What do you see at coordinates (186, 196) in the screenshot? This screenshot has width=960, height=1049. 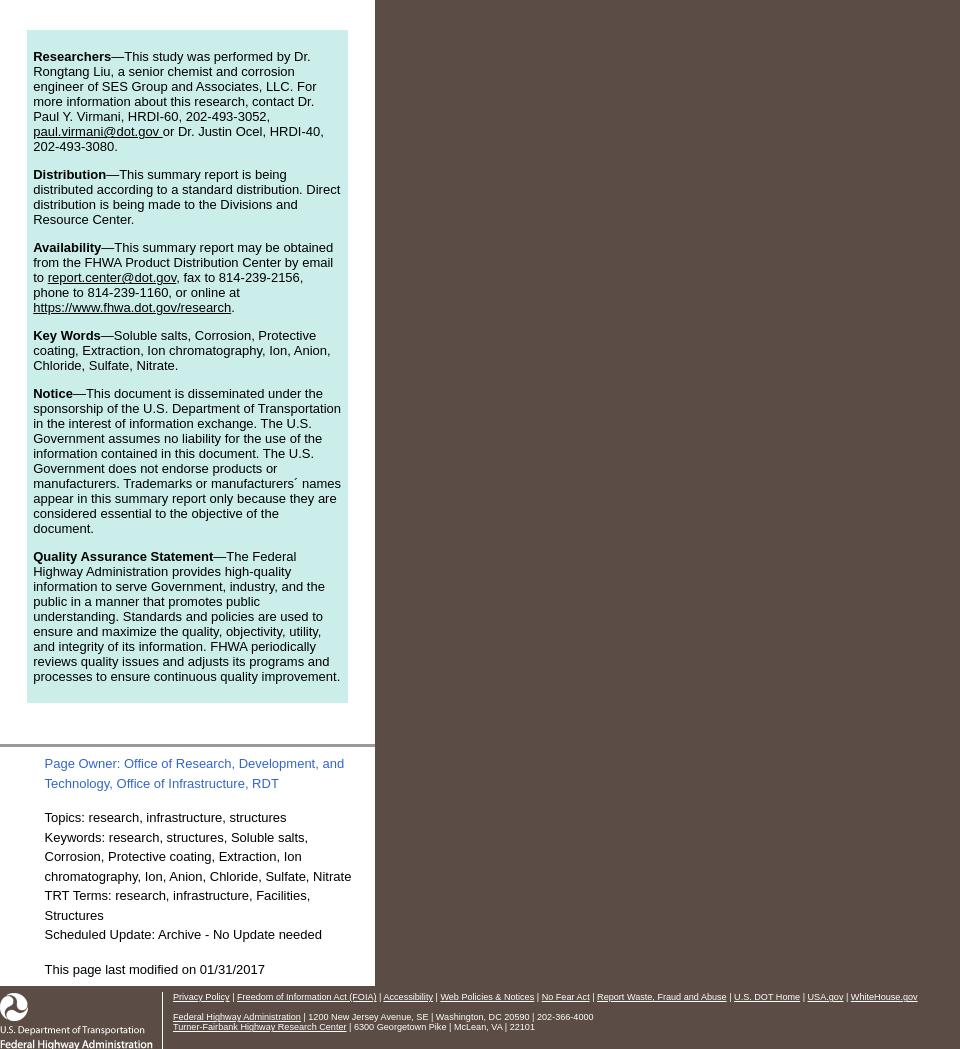 I see `'—This summary report is being distributed according to a standard distribution. Direct distribution is being made to the Divisions and Resource Center.'` at bounding box center [186, 196].